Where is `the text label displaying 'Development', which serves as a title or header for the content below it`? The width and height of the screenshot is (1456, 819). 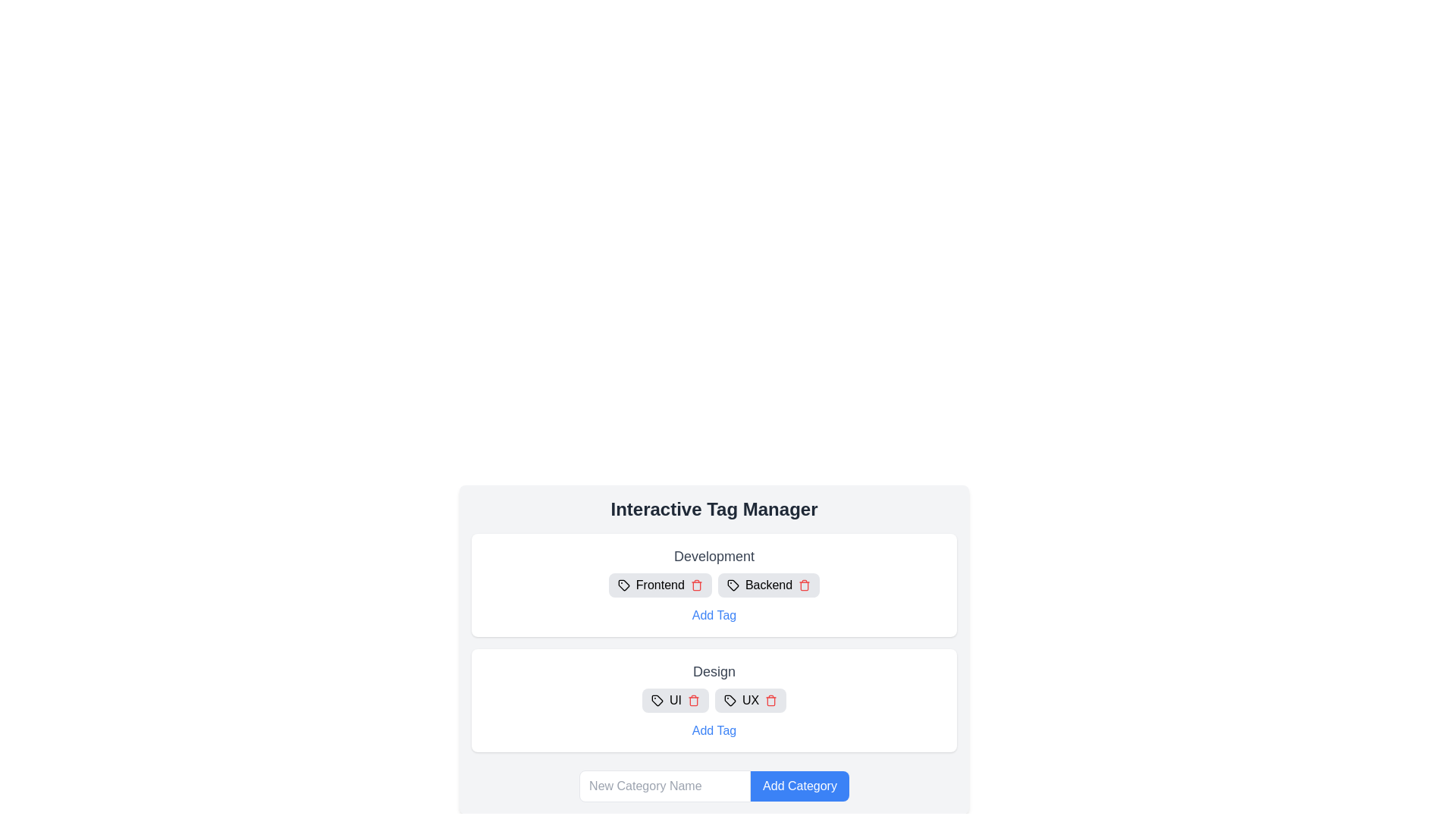
the text label displaying 'Development', which serves as a title or header for the content below it is located at coordinates (713, 556).